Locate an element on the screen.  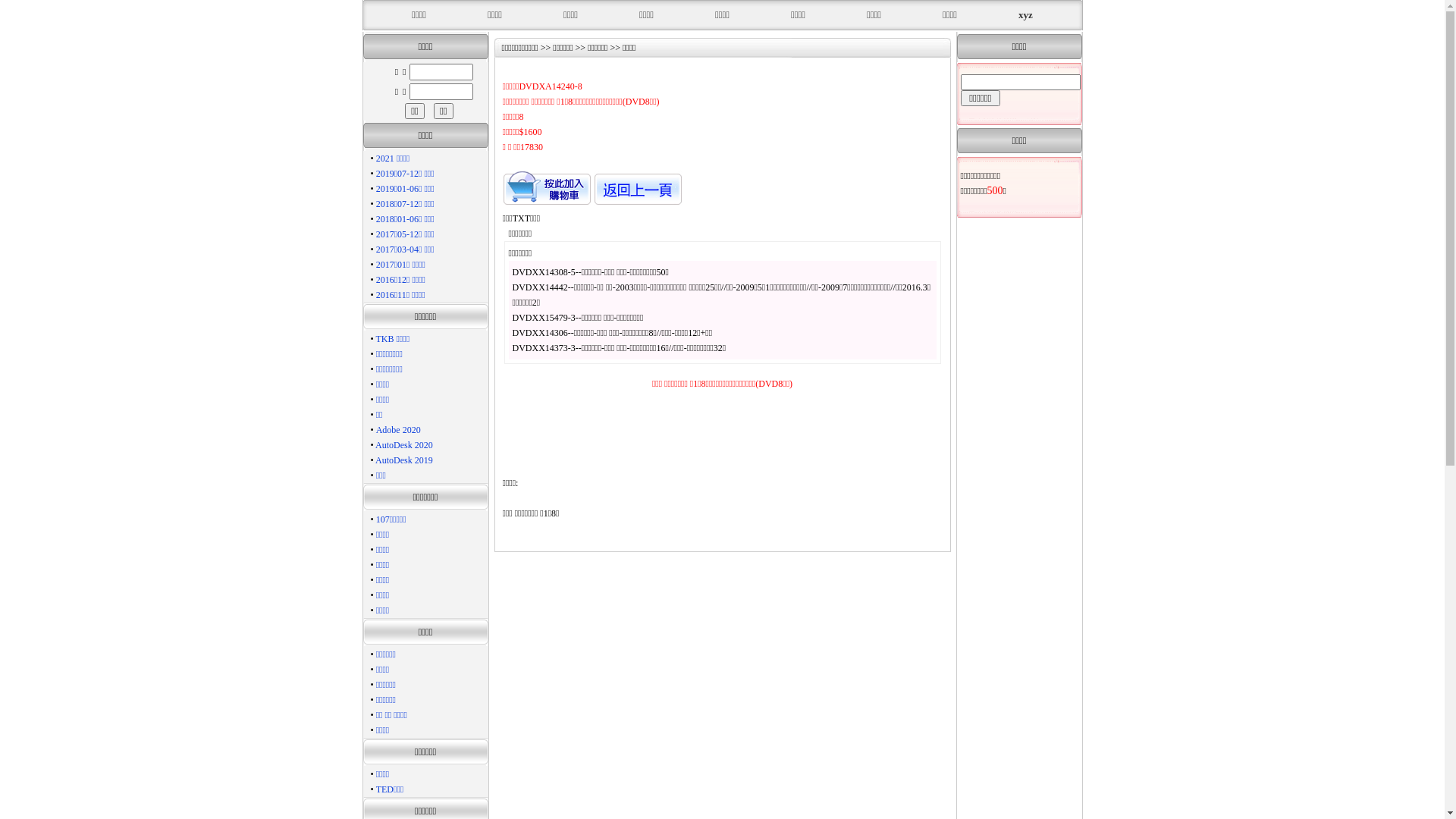
'xyz' is located at coordinates (1025, 14).